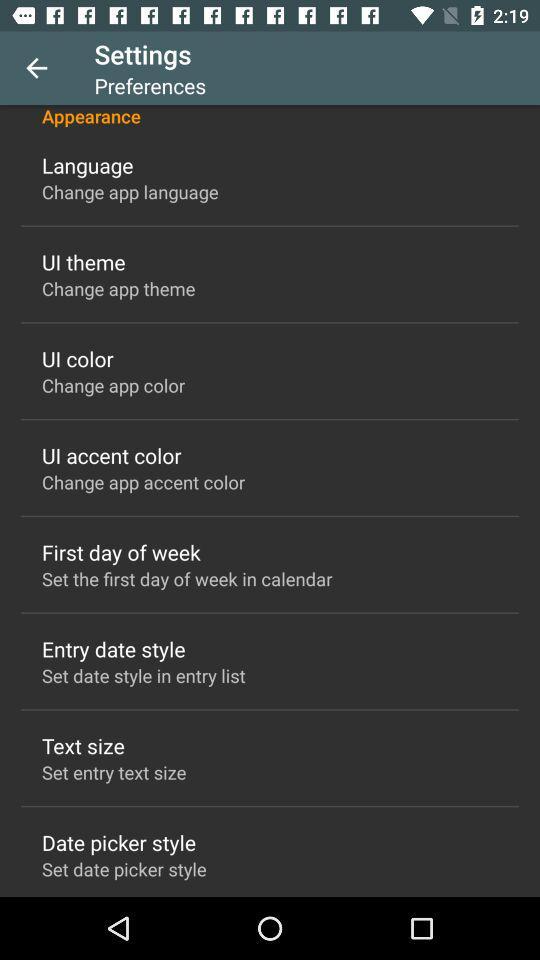 The image size is (540, 960). Describe the element at coordinates (36, 68) in the screenshot. I see `icon above appearance item` at that location.